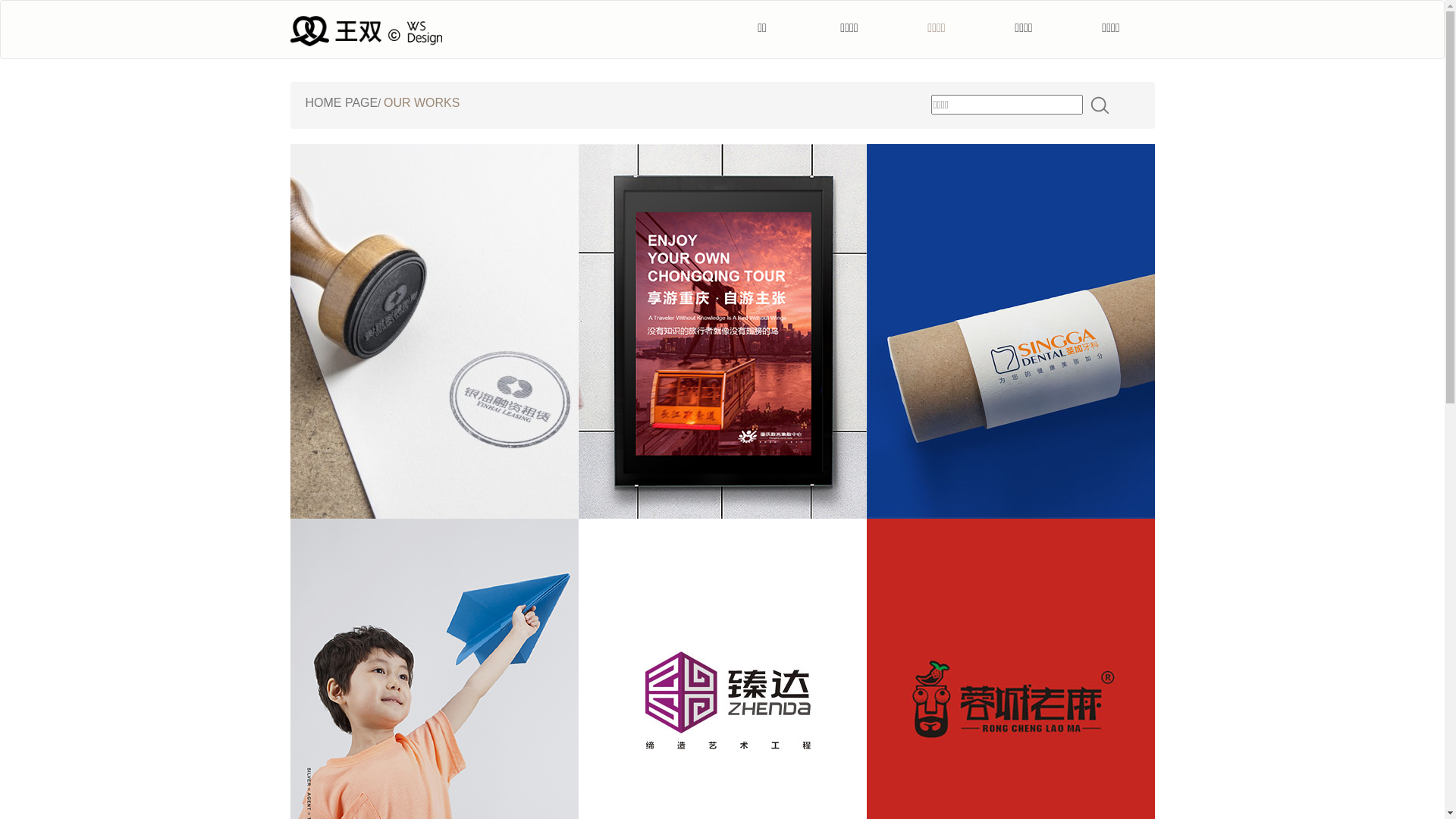  What do you see at coordinates (340, 102) in the screenshot?
I see `'HOME PAGE'` at bounding box center [340, 102].